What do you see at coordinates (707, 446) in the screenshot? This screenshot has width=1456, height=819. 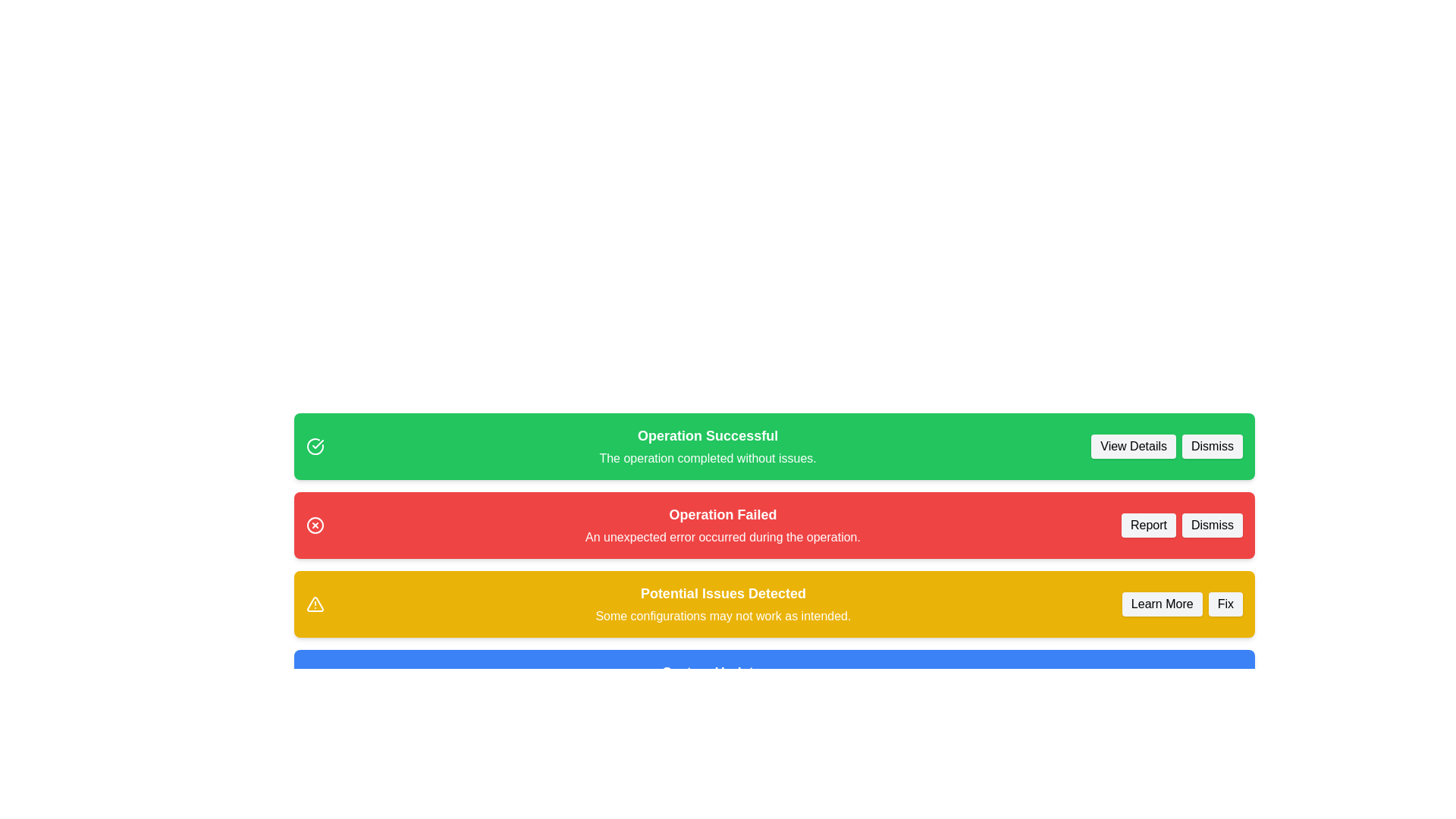 I see `the confirmation message in the green alert box located at the top of the stacked alerts` at bounding box center [707, 446].